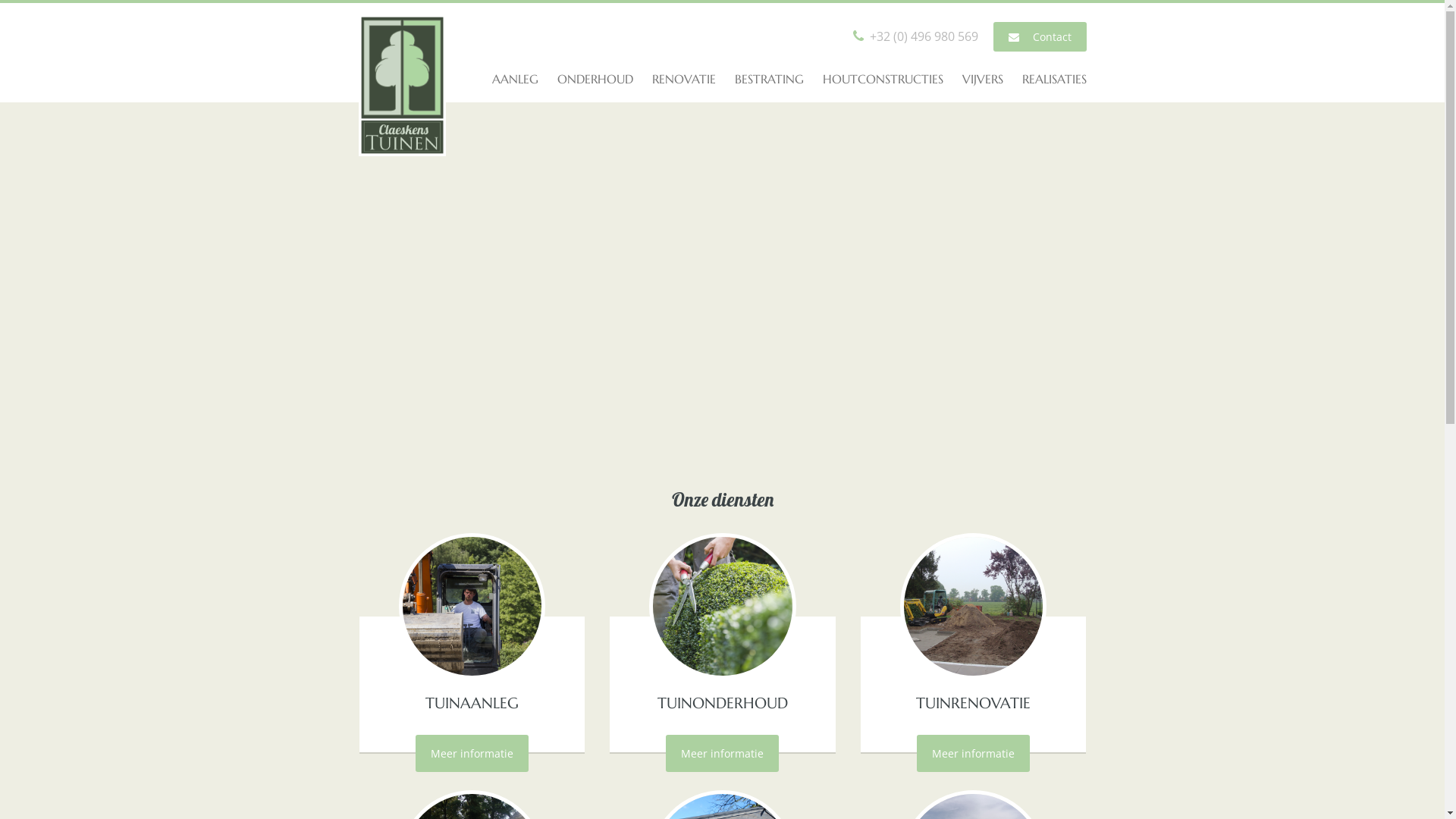 Image resolution: width=1456 pixels, height=819 pixels. I want to click on 'Meer informatie', so click(721, 753).